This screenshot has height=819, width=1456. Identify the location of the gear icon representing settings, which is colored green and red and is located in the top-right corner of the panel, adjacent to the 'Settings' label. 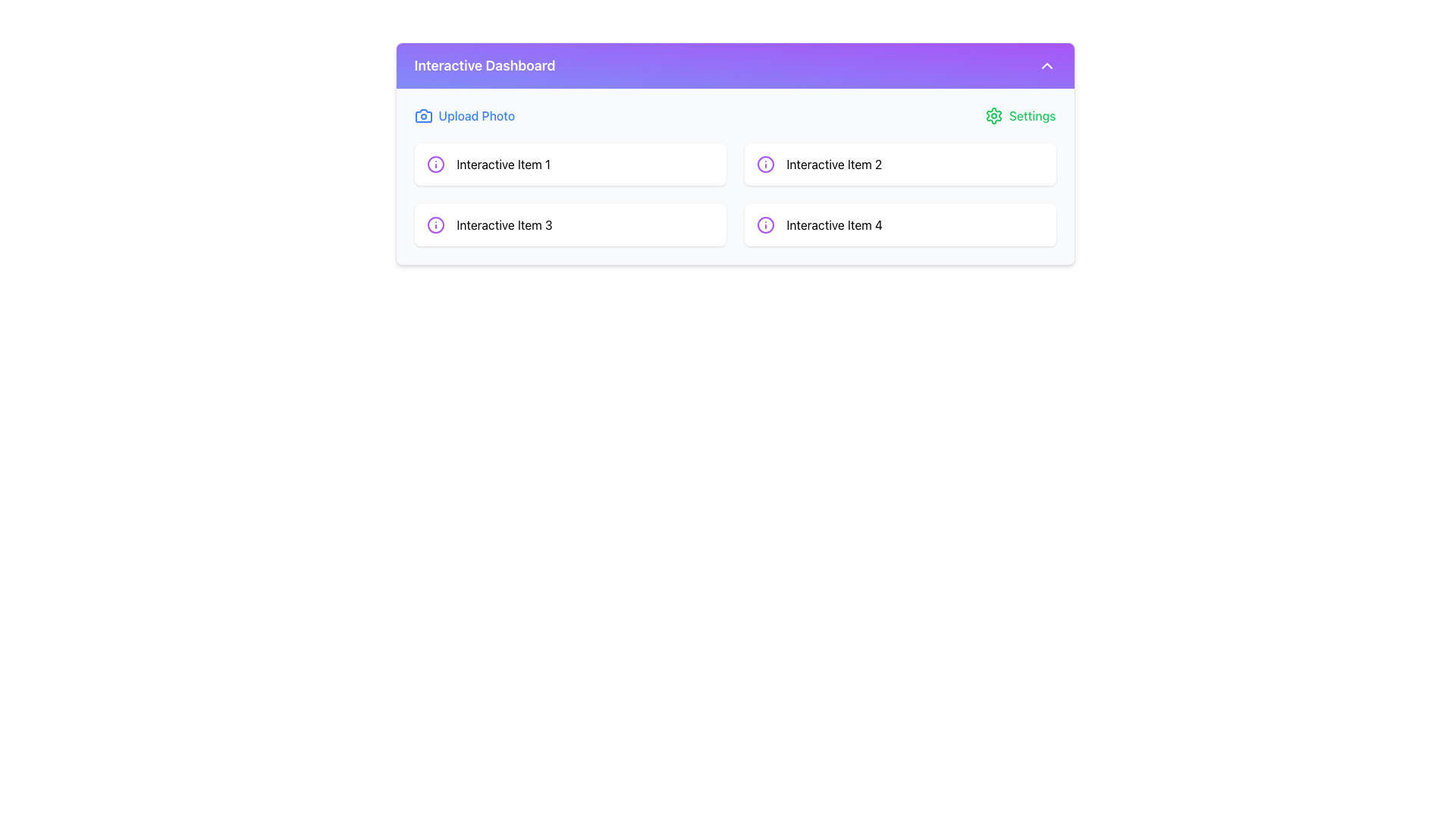
(993, 115).